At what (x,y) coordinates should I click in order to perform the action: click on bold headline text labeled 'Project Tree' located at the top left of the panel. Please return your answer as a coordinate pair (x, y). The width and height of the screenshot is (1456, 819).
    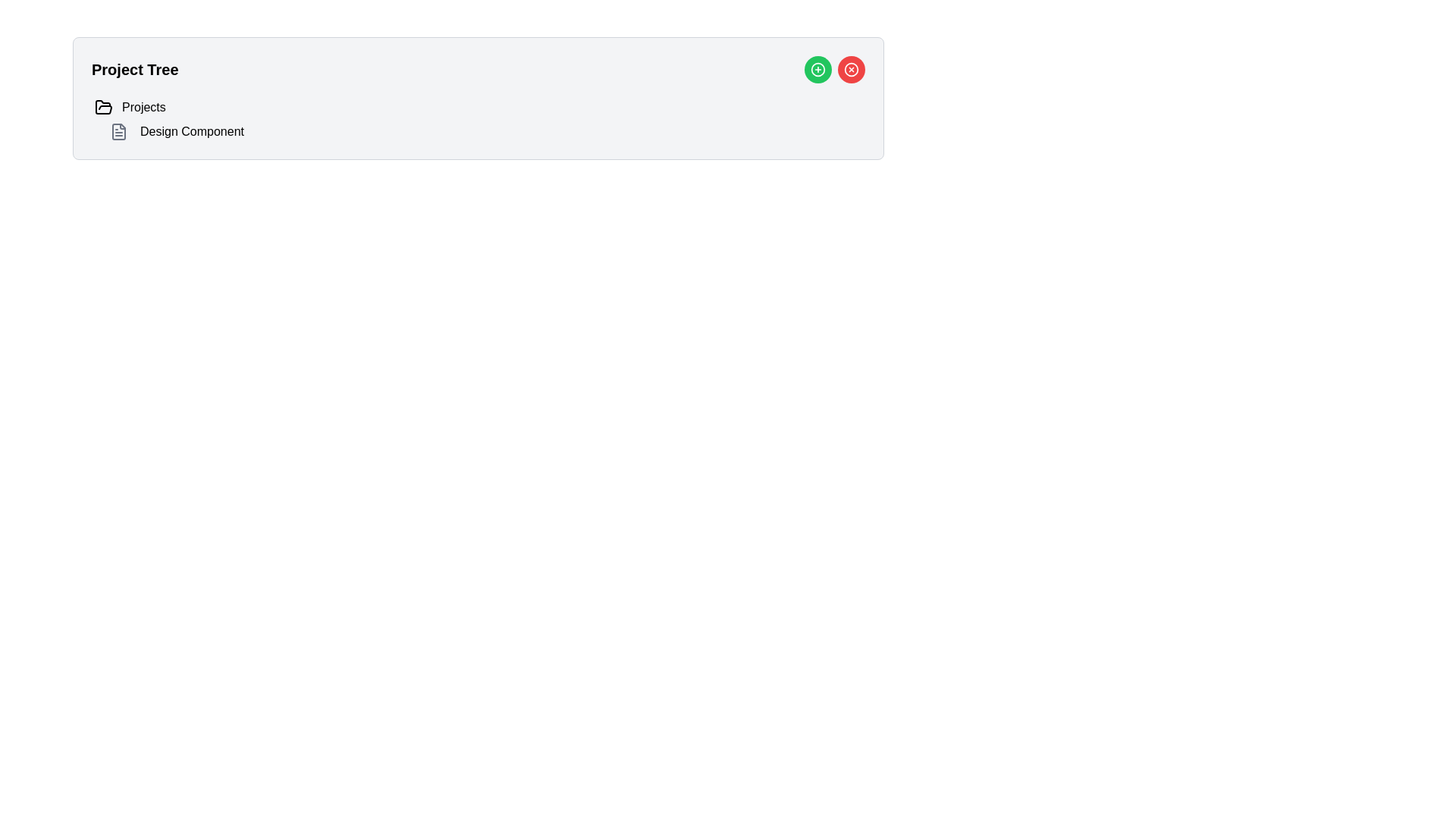
    Looking at the image, I should click on (135, 70).